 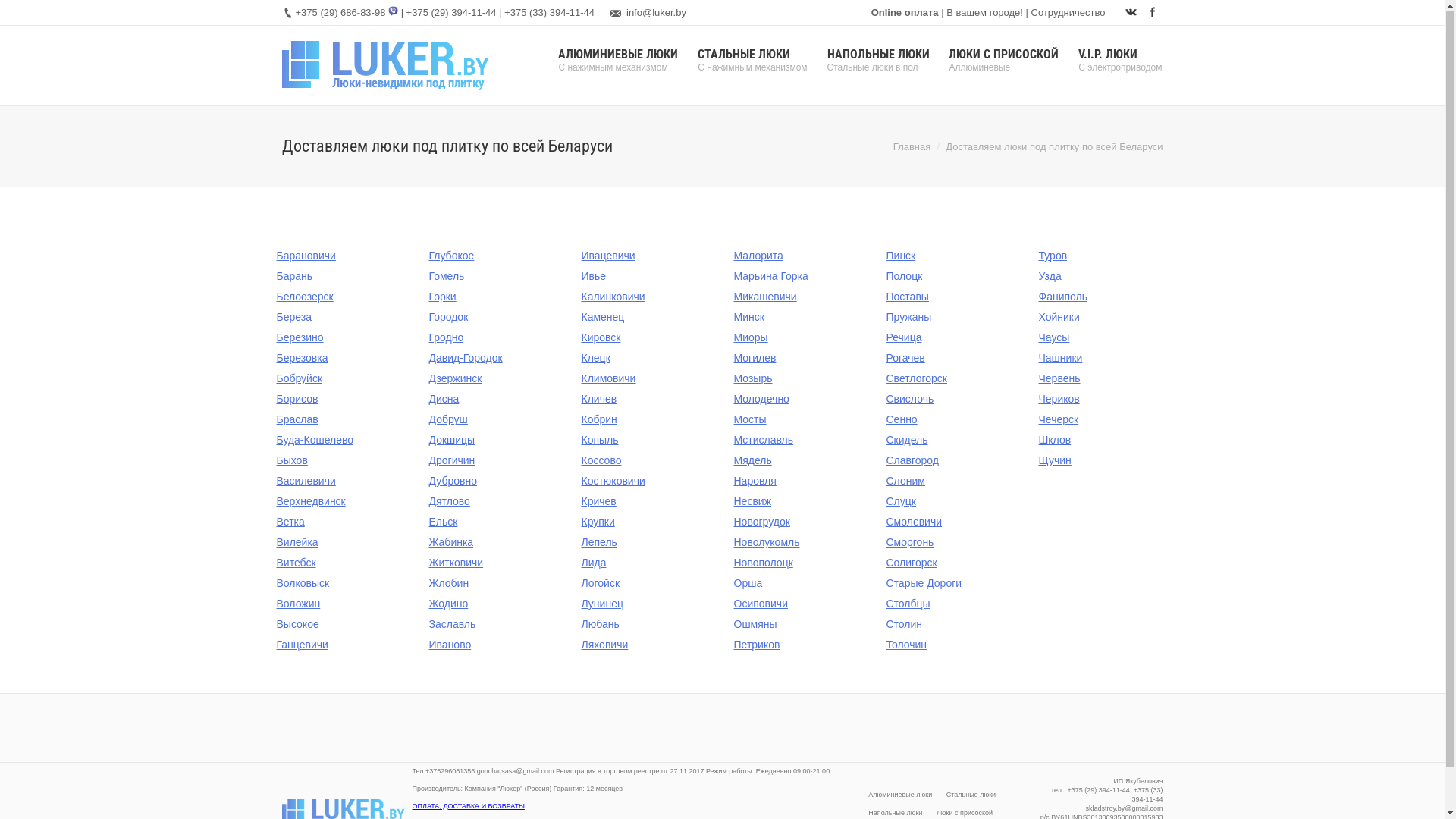 What do you see at coordinates (1131, 12) in the screenshot?
I see `'VK'` at bounding box center [1131, 12].